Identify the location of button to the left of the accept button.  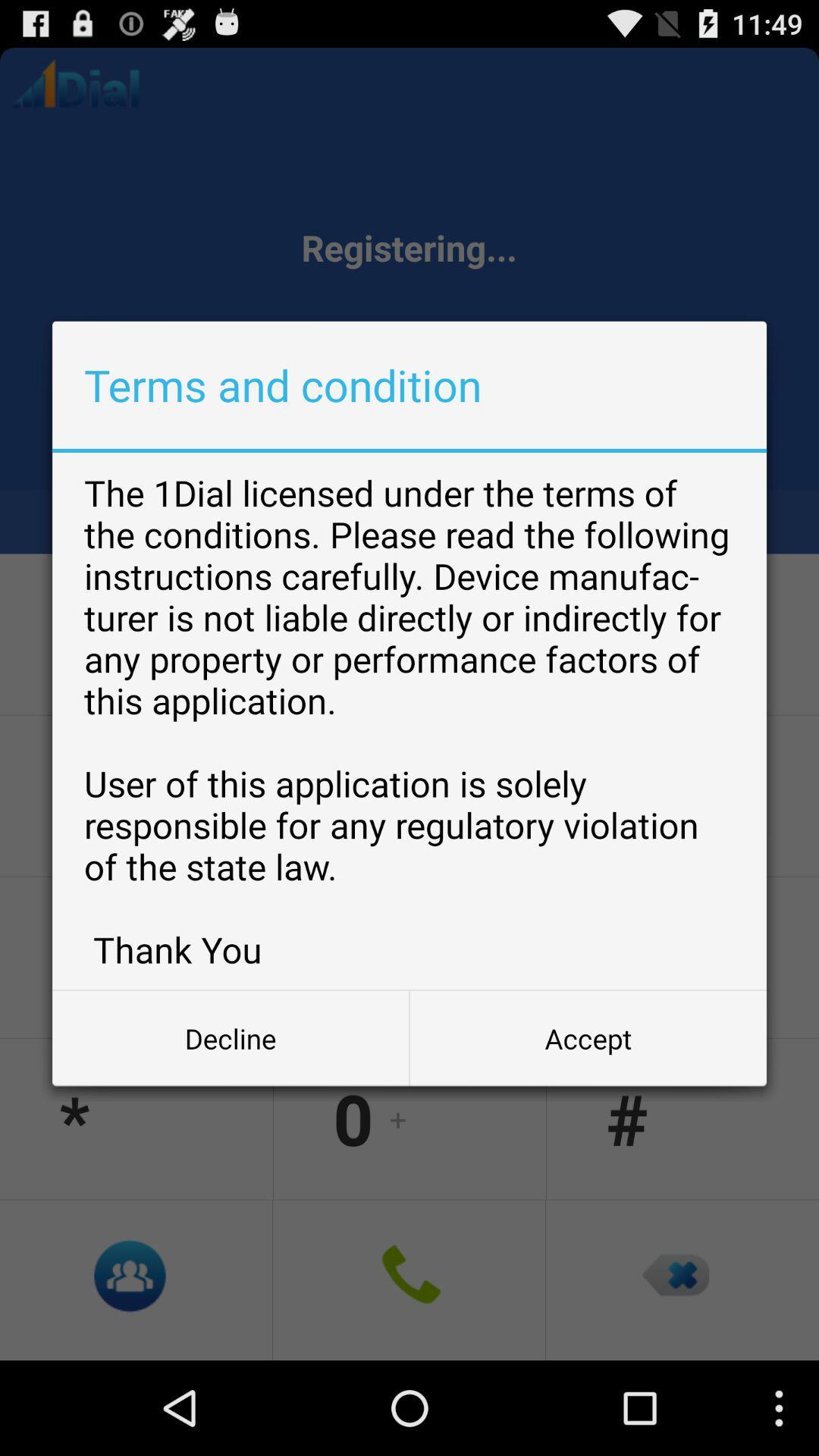
(231, 1037).